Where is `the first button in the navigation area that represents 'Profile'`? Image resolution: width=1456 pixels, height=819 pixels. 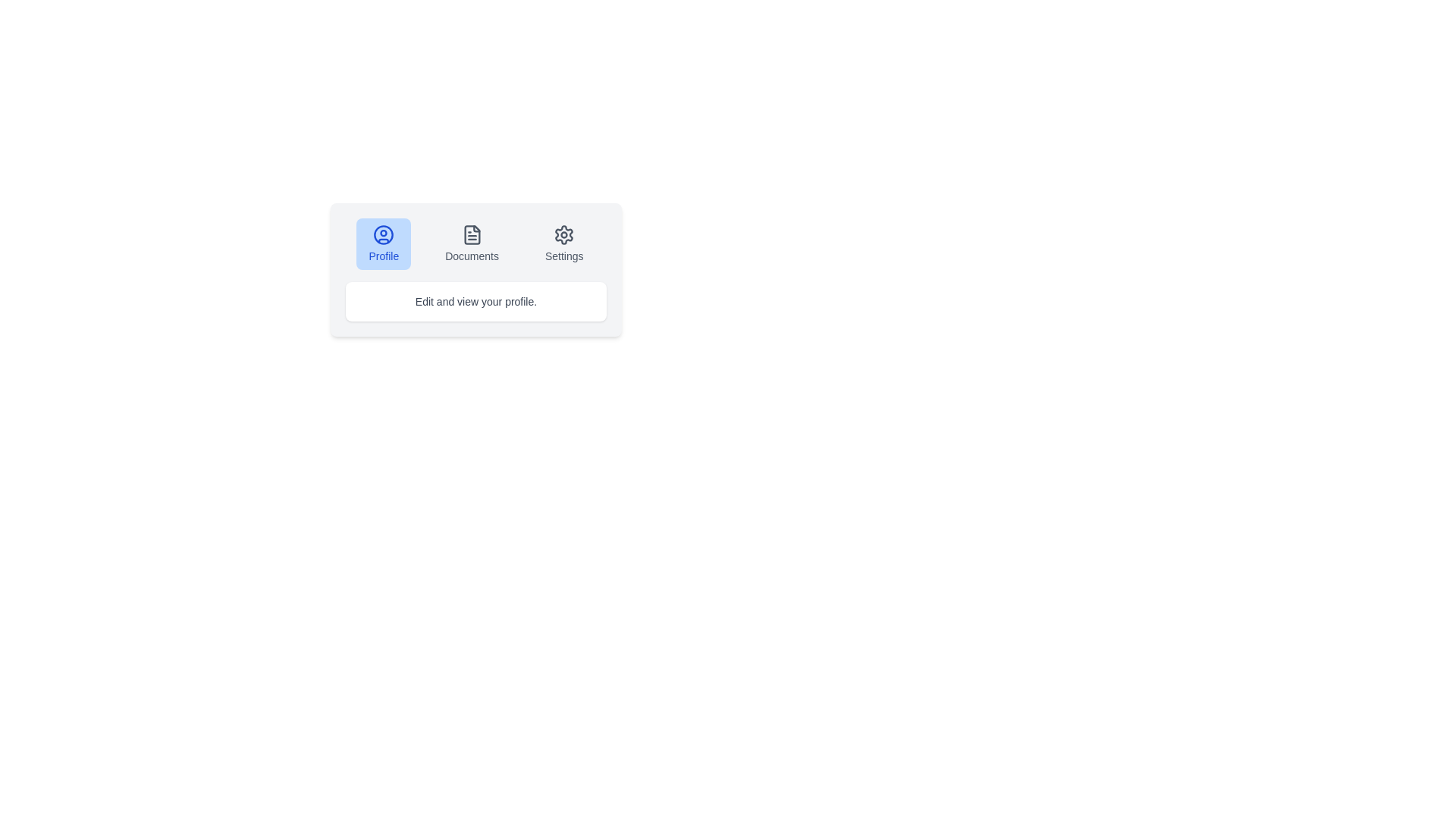 the first button in the navigation area that represents 'Profile' is located at coordinates (384, 243).